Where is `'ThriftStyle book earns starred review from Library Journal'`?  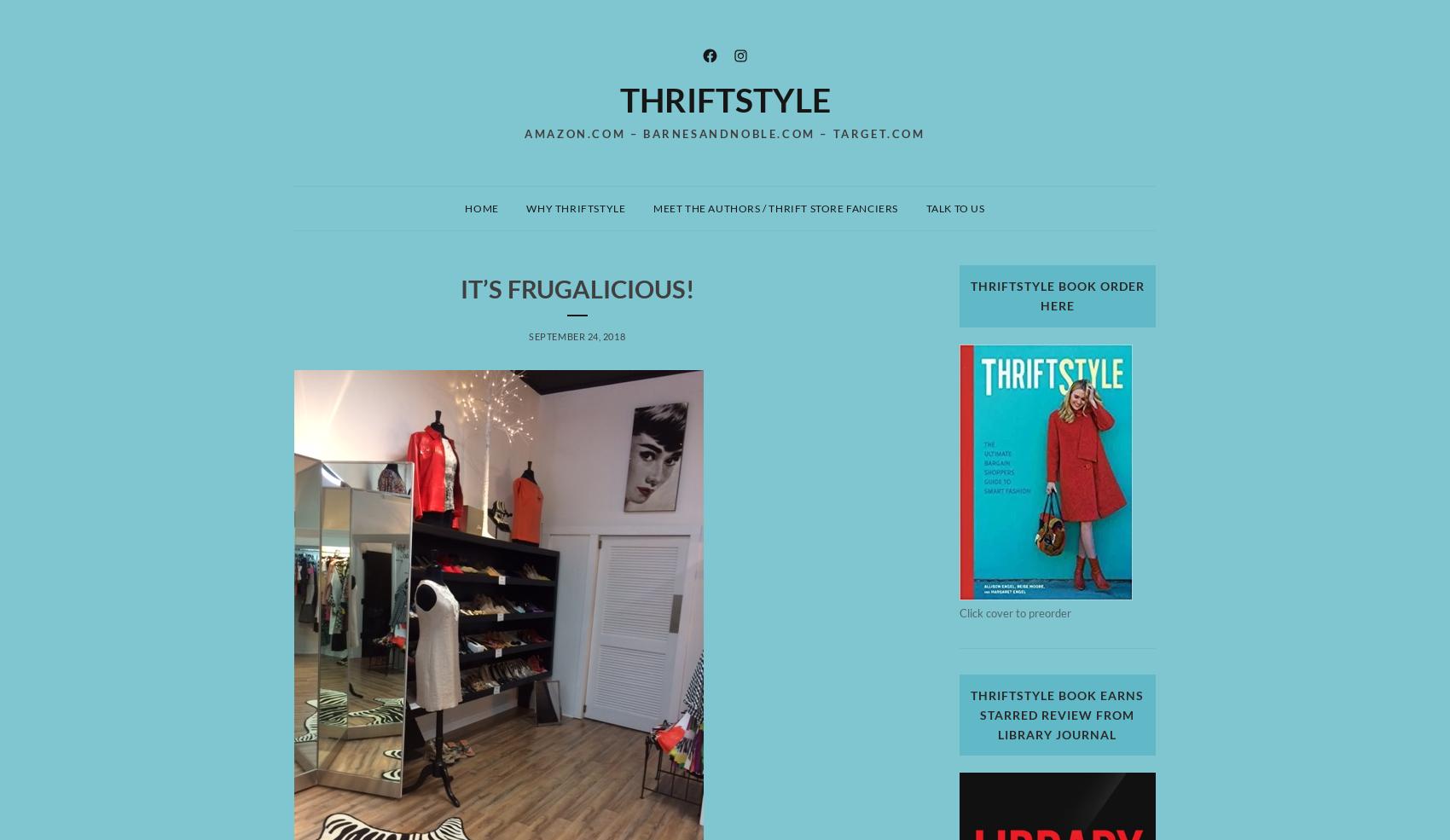
'ThriftStyle book earns starred review from Library Journal' is located at coordinates (1056, 714).